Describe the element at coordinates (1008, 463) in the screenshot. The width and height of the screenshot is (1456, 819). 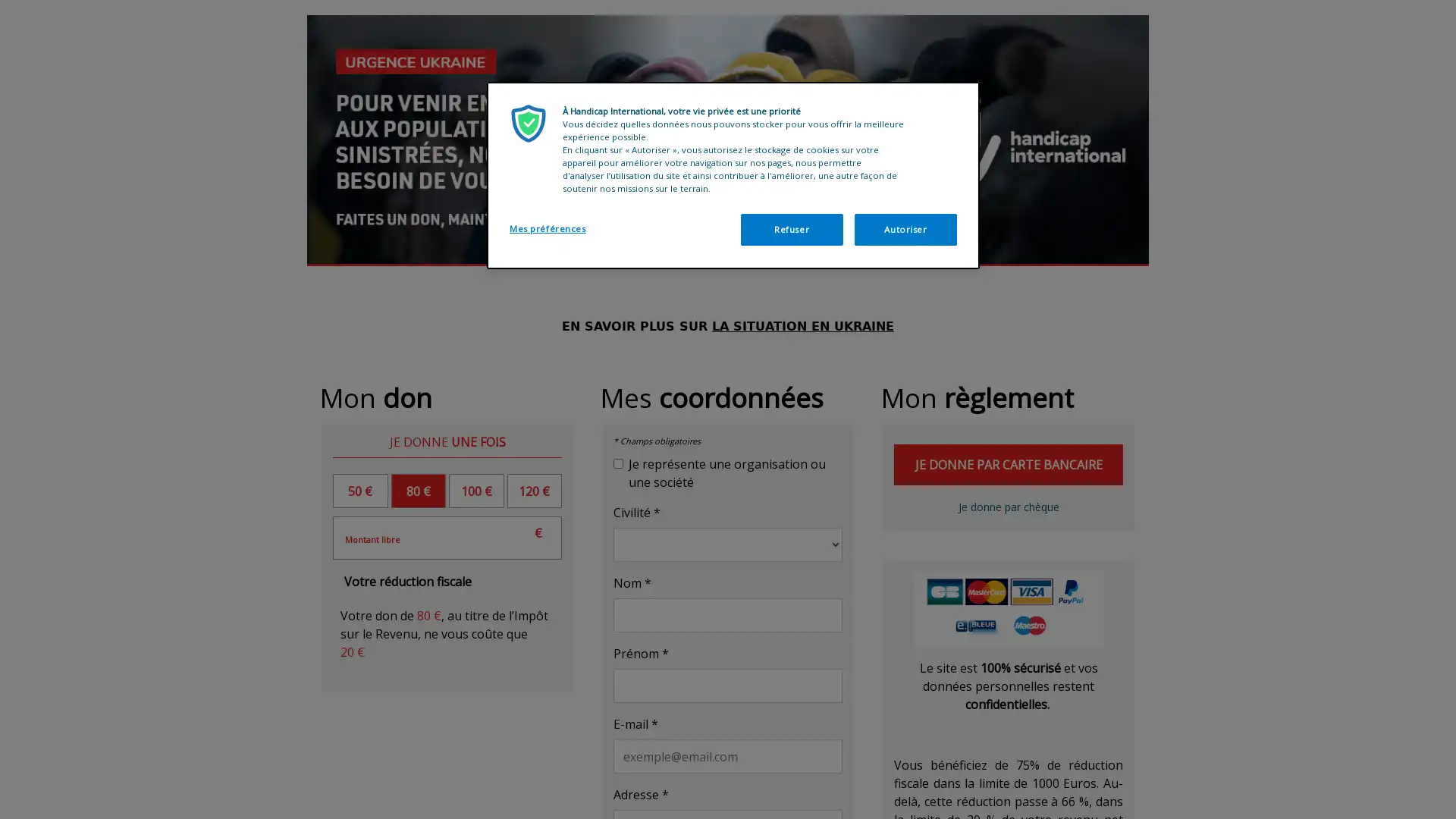
I see `Je regle 80` at that location.